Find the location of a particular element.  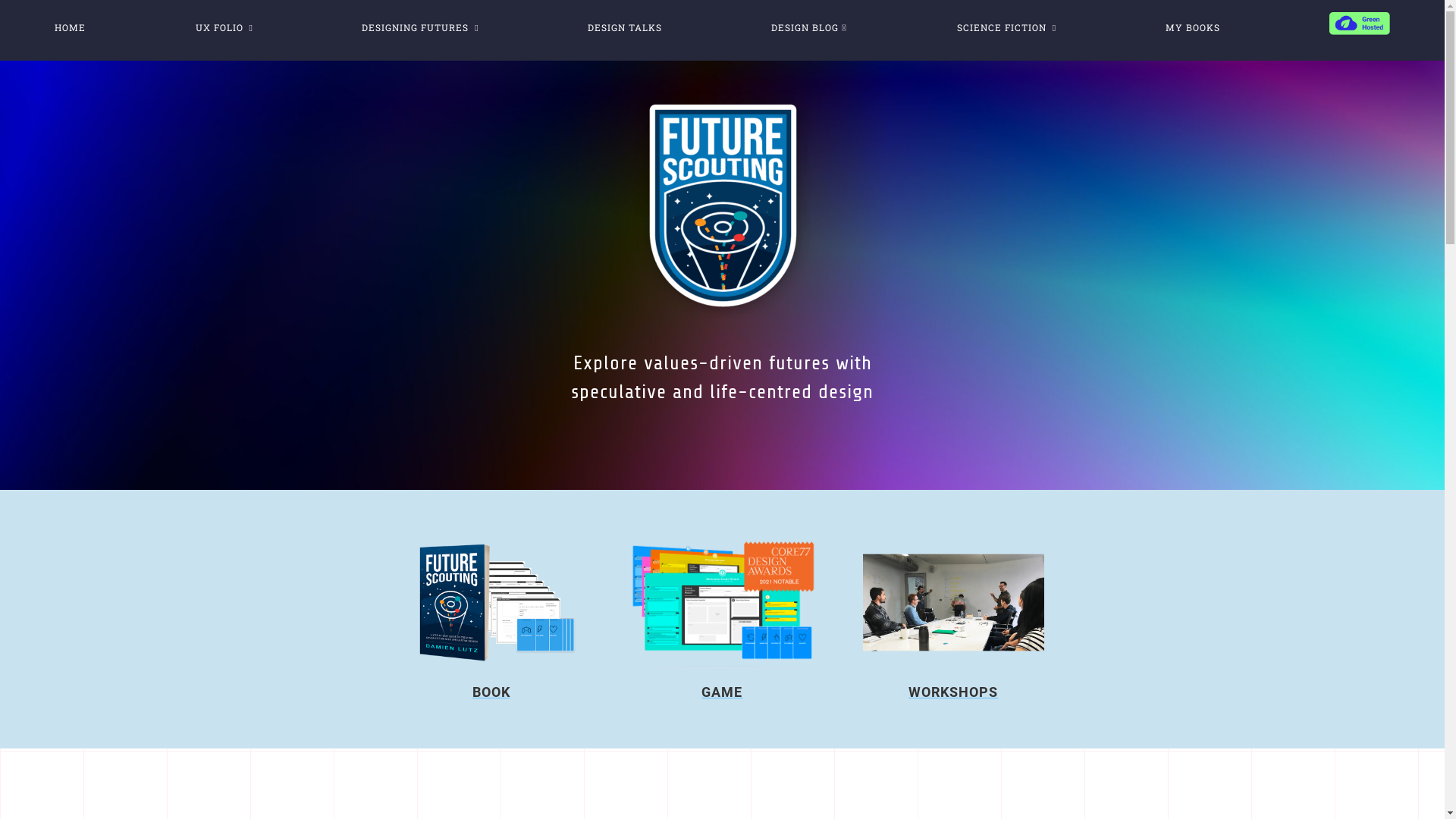

'SCIENCE FICTION' is located at coordinates (1006, 26).